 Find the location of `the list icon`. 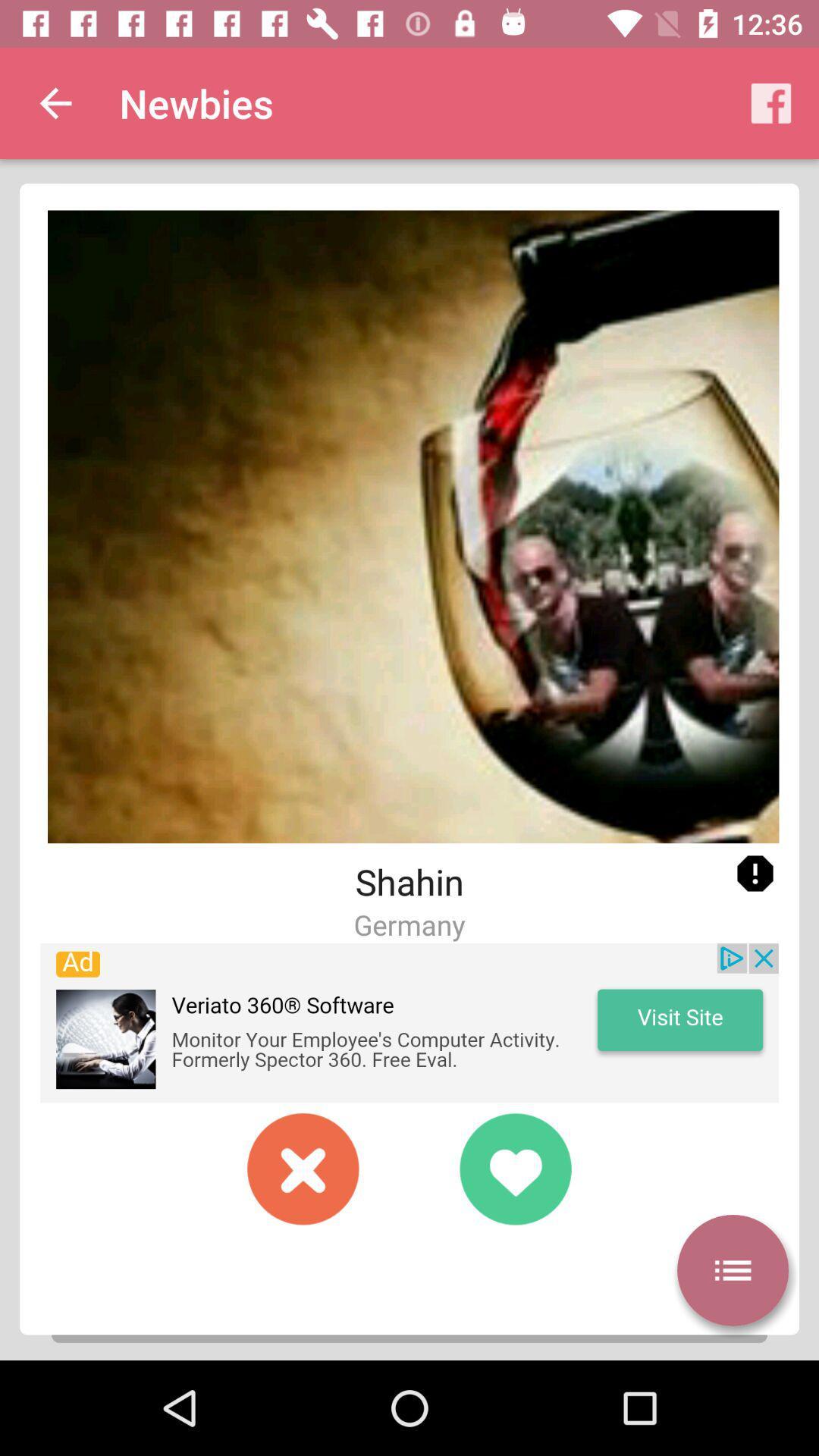

the list icon is located at coordinates (732, 1270).